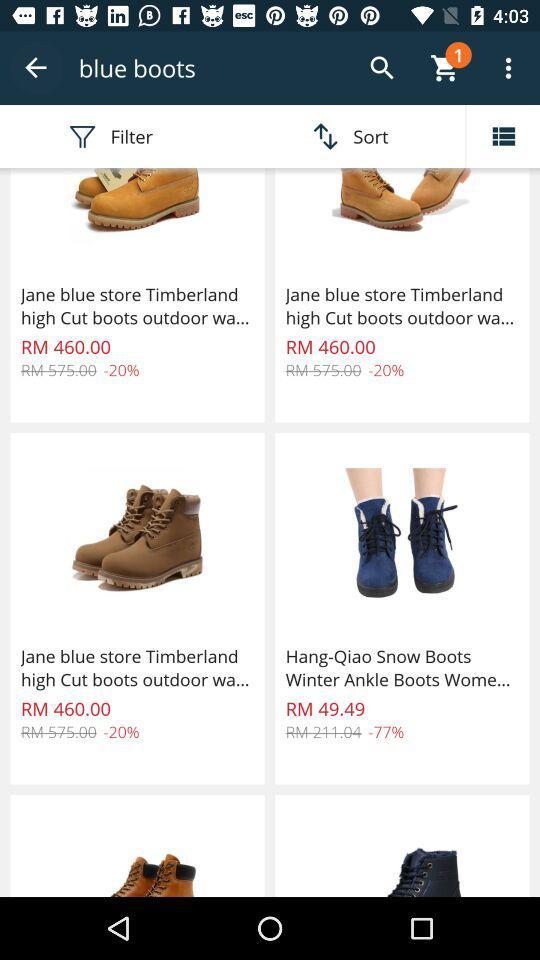 Image resolution: width=540 pixels, height=960 pixels. I want to click on the list icon, so click(502, 135).